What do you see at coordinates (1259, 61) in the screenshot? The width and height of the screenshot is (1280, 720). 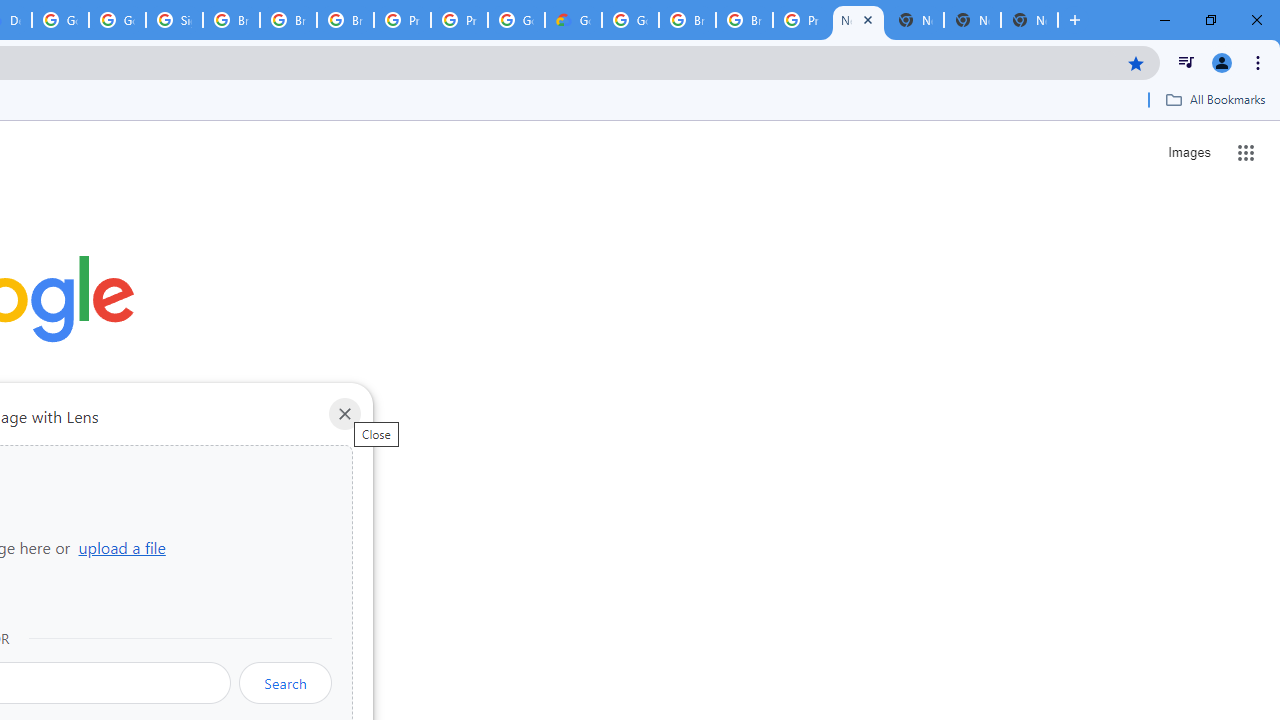 I see `'Chrome'` at bounding box center [1259, 61].